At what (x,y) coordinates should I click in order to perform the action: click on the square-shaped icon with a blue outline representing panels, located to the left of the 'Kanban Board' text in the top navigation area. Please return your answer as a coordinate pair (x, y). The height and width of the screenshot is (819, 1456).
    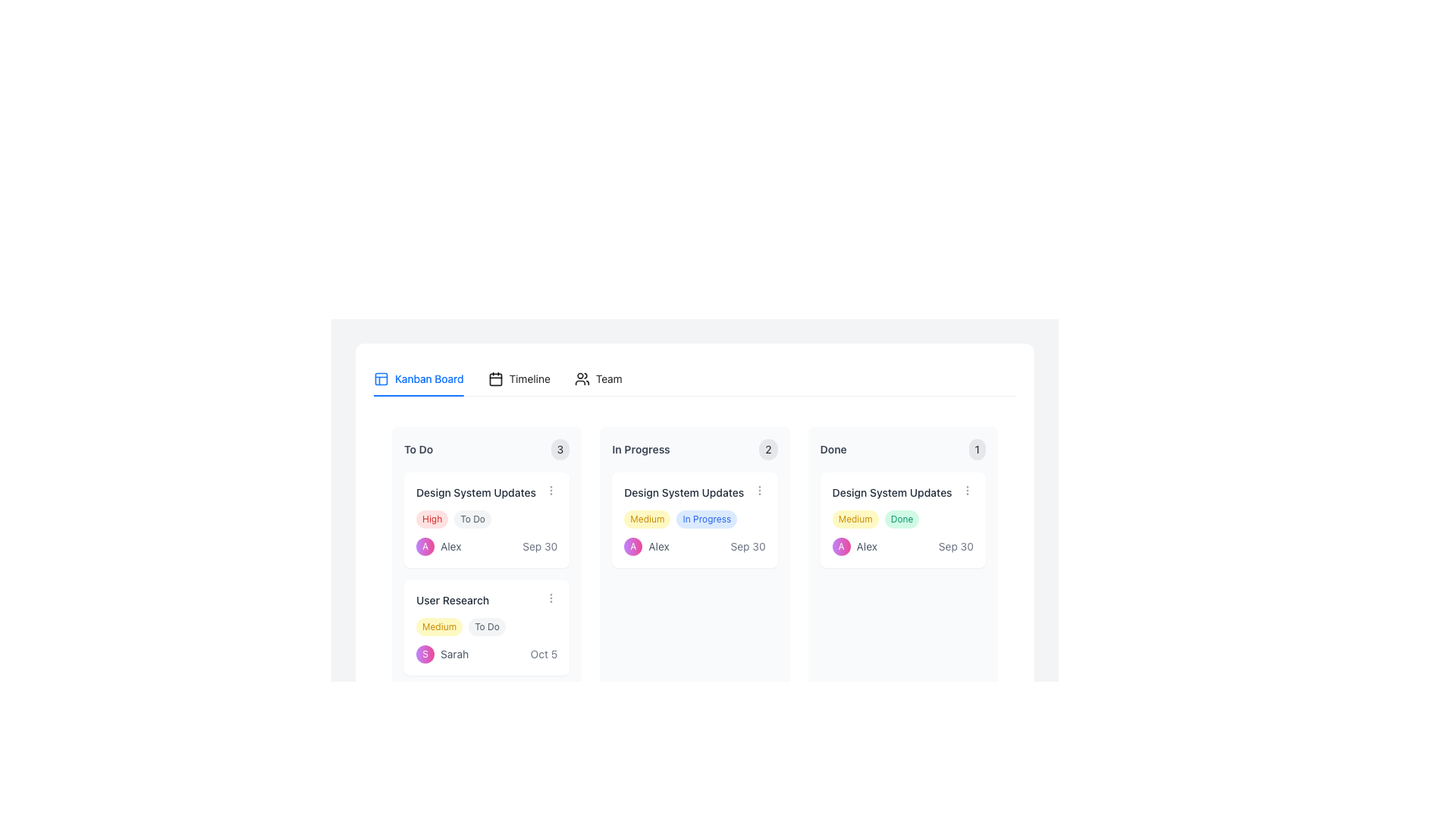
    Looking at the image, I should click on (381, 378).